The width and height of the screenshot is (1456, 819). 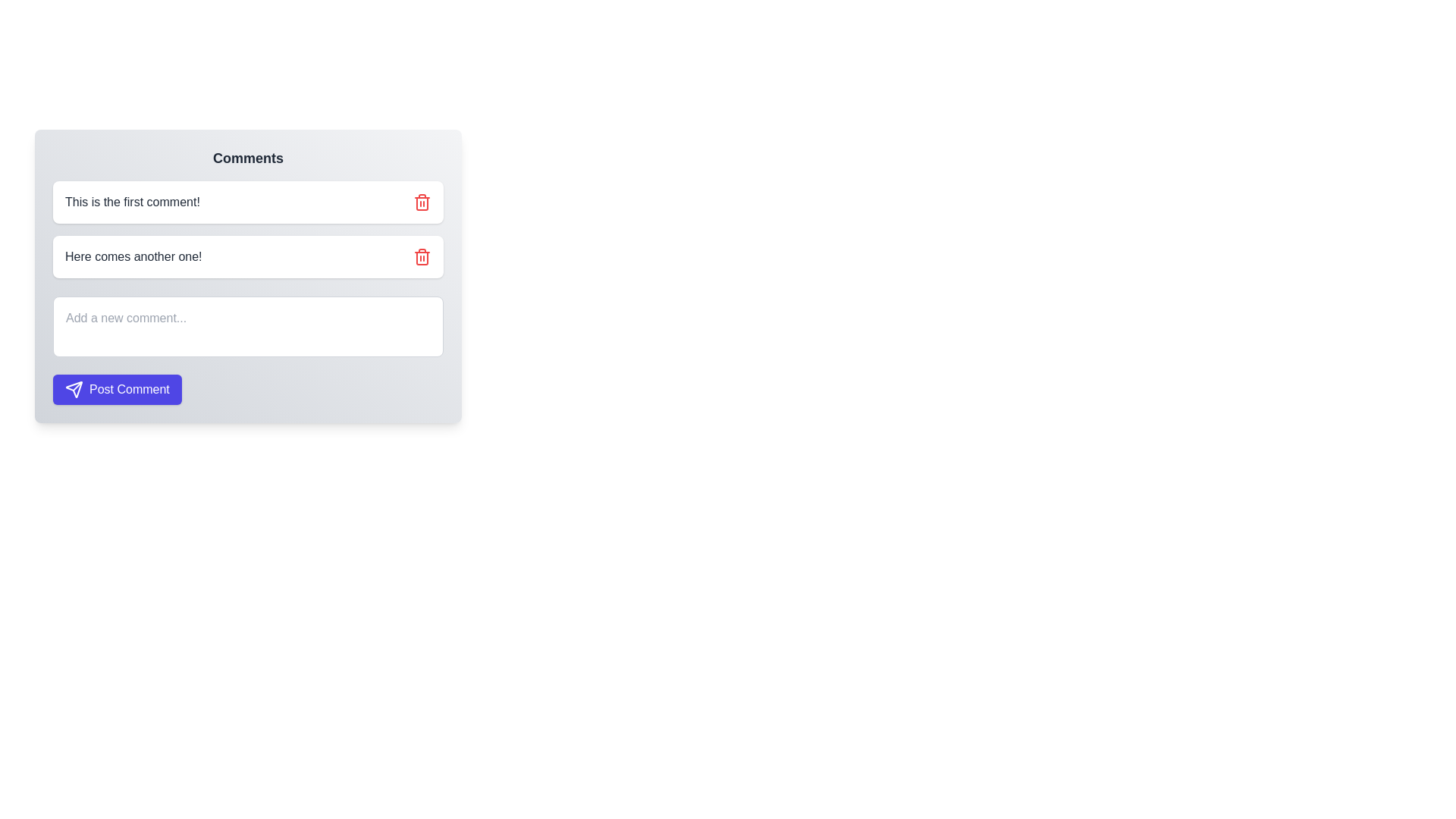 I want to click on the delete icon button located at the far-right side of the comment box containing the text 'Here comes another one!', so click(x=422, y=256).